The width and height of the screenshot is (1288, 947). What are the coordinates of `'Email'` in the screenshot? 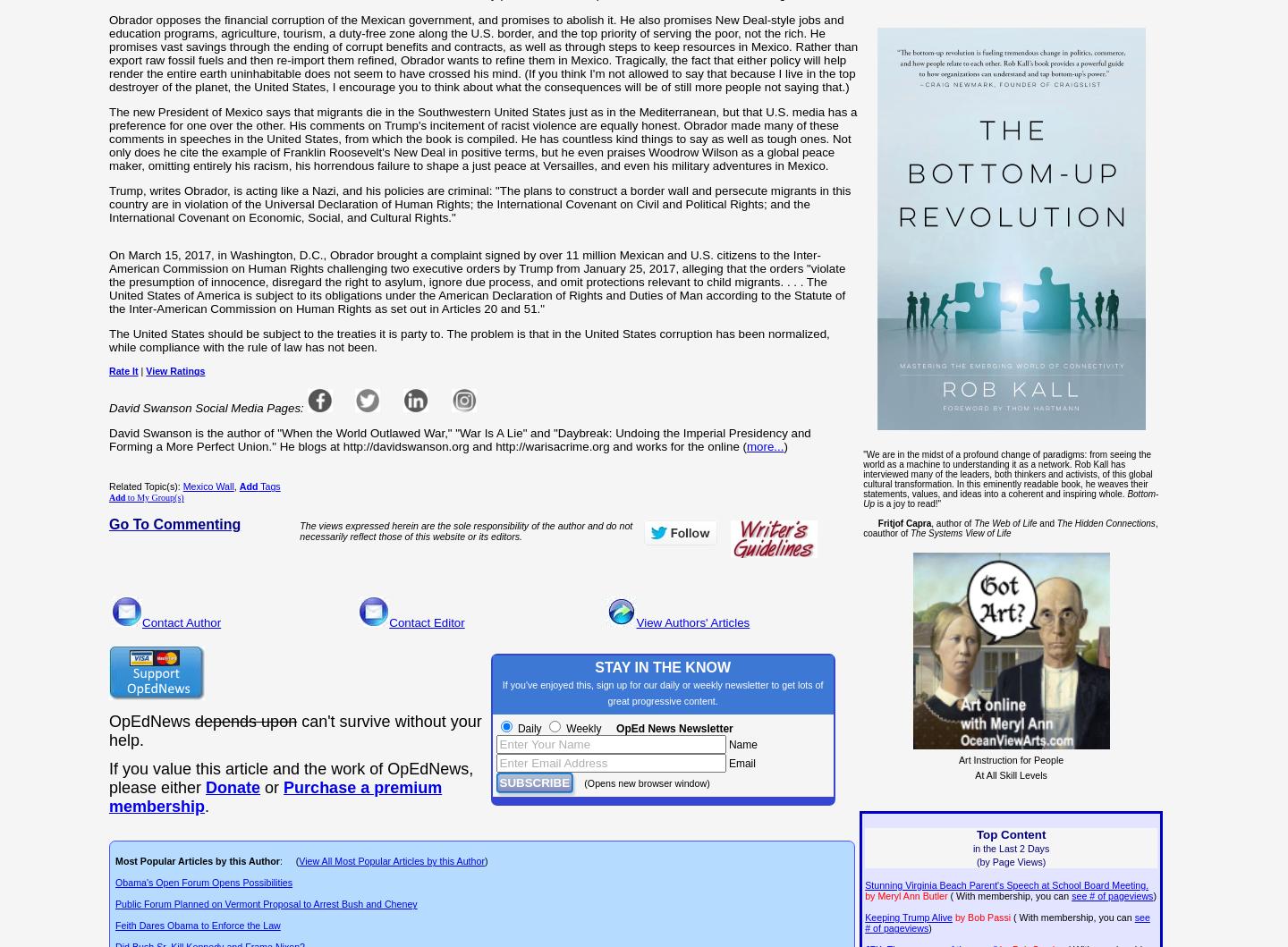 It's located at (740, 763).